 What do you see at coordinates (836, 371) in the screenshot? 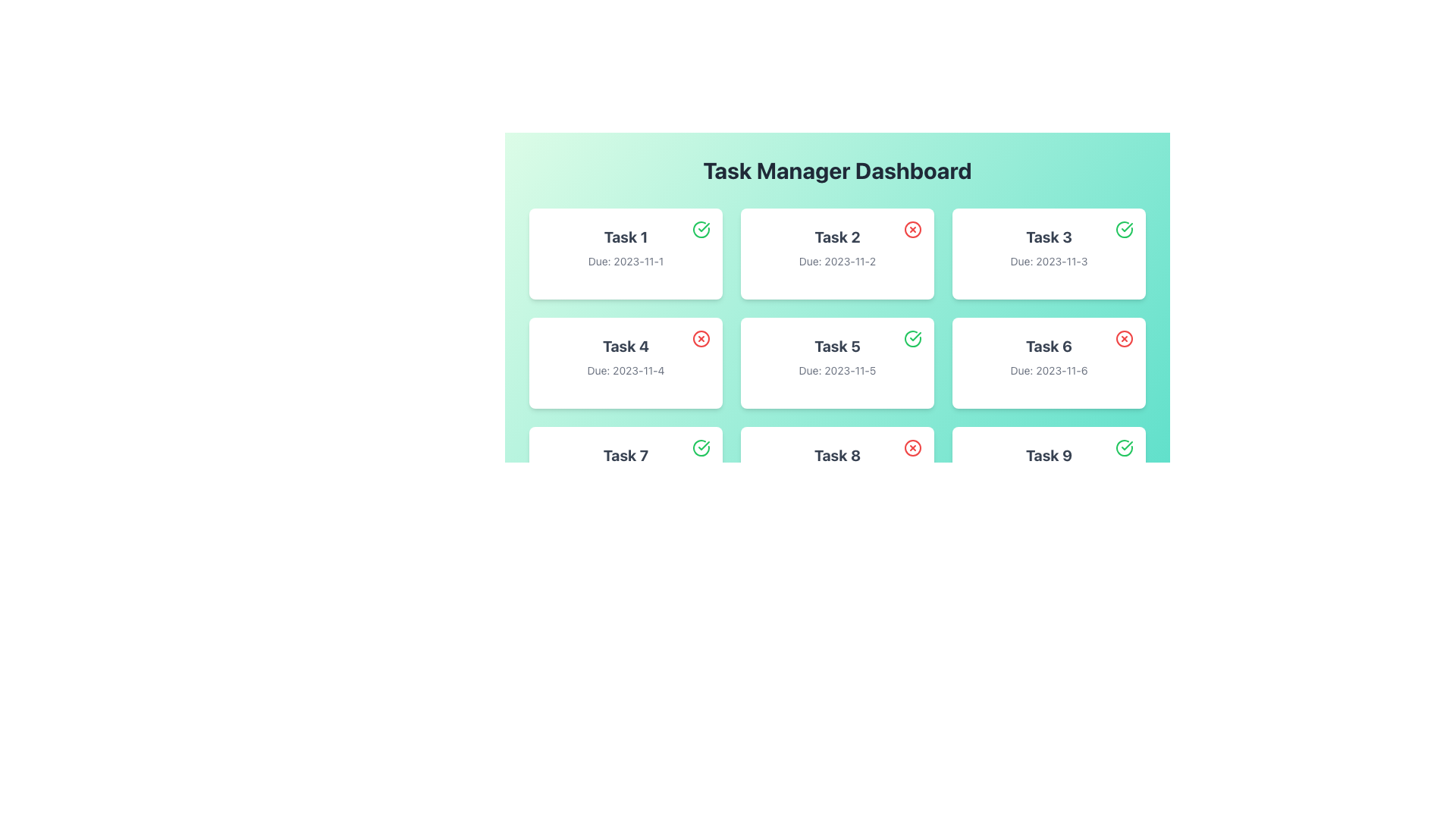
I see `the static text label displaying 'Due: 2023-11-5' located within the card under the title 'Task 5'` at bounding box center [836, 371].